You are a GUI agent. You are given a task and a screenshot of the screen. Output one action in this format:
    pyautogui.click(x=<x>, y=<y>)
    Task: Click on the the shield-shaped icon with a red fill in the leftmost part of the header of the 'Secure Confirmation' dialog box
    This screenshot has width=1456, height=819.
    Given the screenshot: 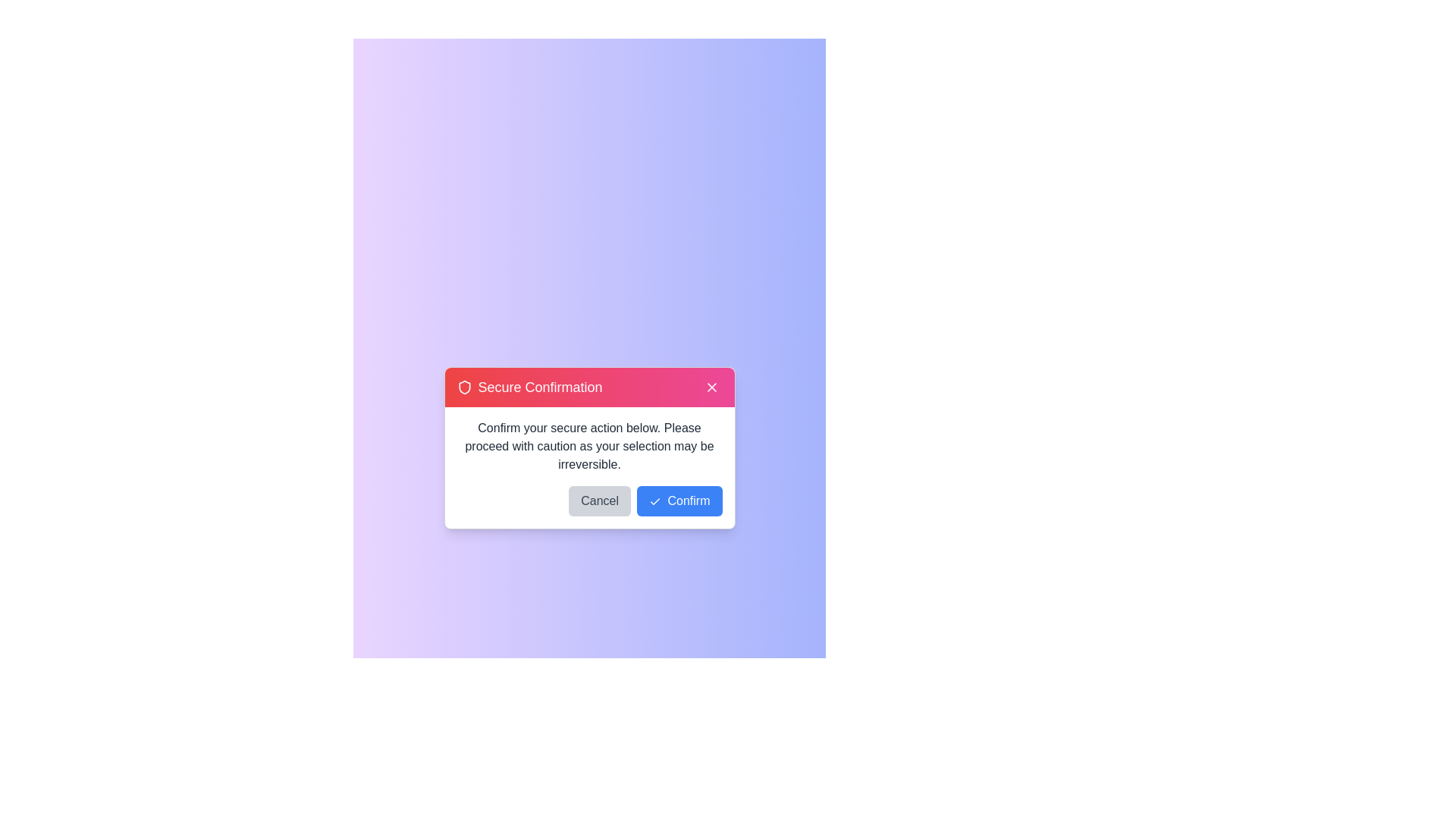 What is the action you would take?
    pyautogui.click(x=463, y=386)
    